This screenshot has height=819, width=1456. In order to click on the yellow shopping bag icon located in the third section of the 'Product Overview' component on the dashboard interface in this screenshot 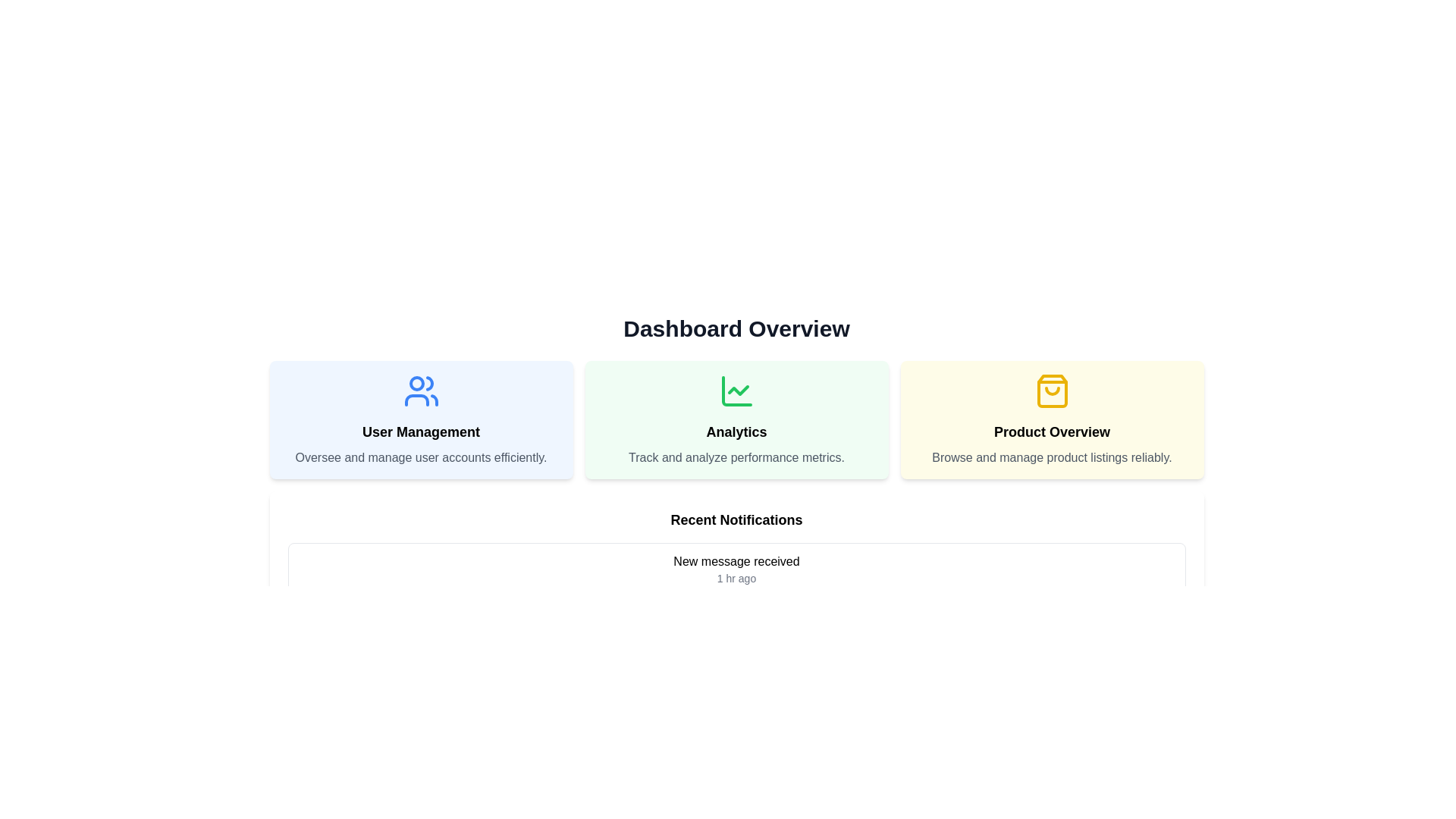, I will do `click(1051, 391)`.